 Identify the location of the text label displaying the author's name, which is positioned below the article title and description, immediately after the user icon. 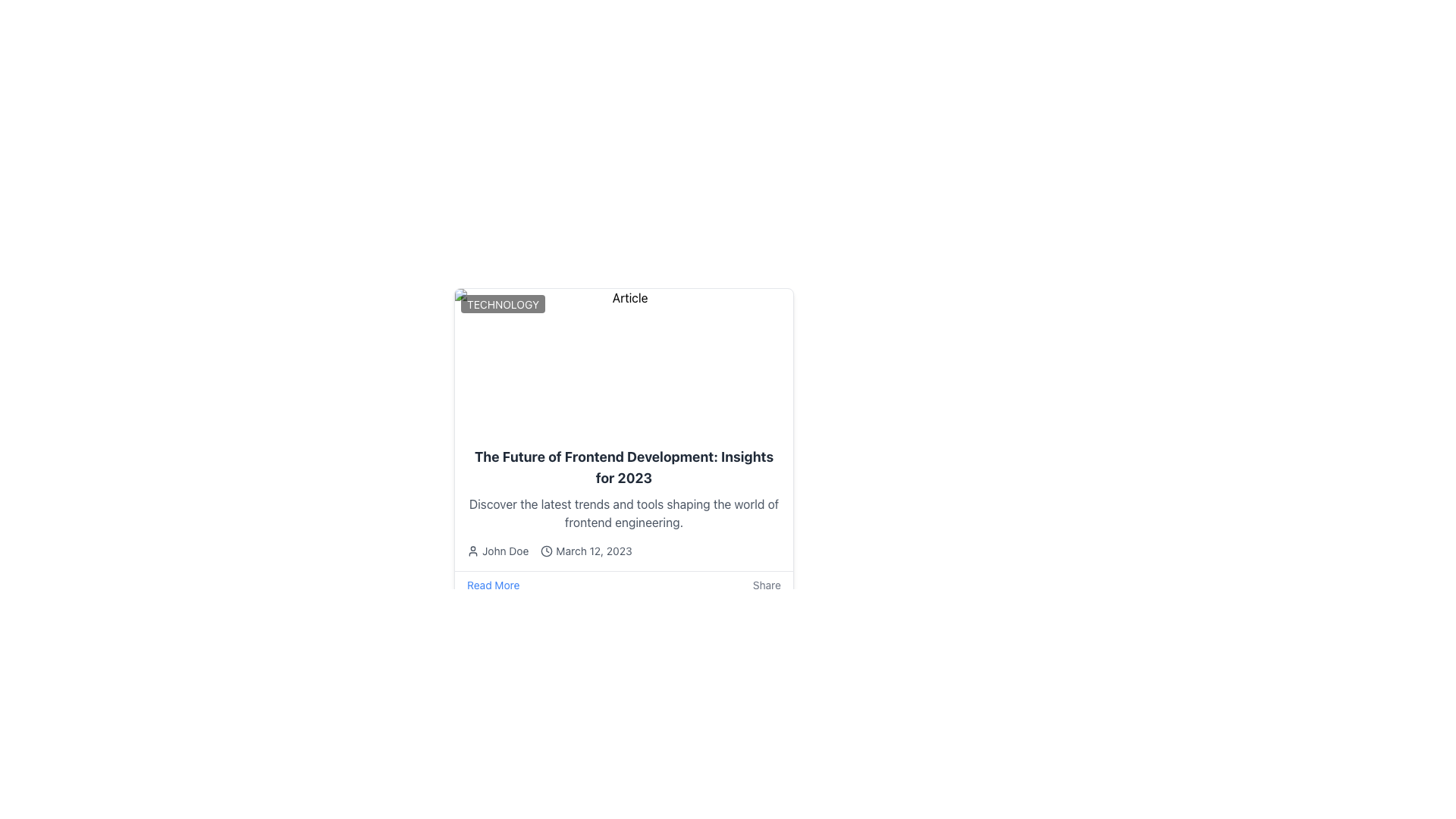
(505, 551).